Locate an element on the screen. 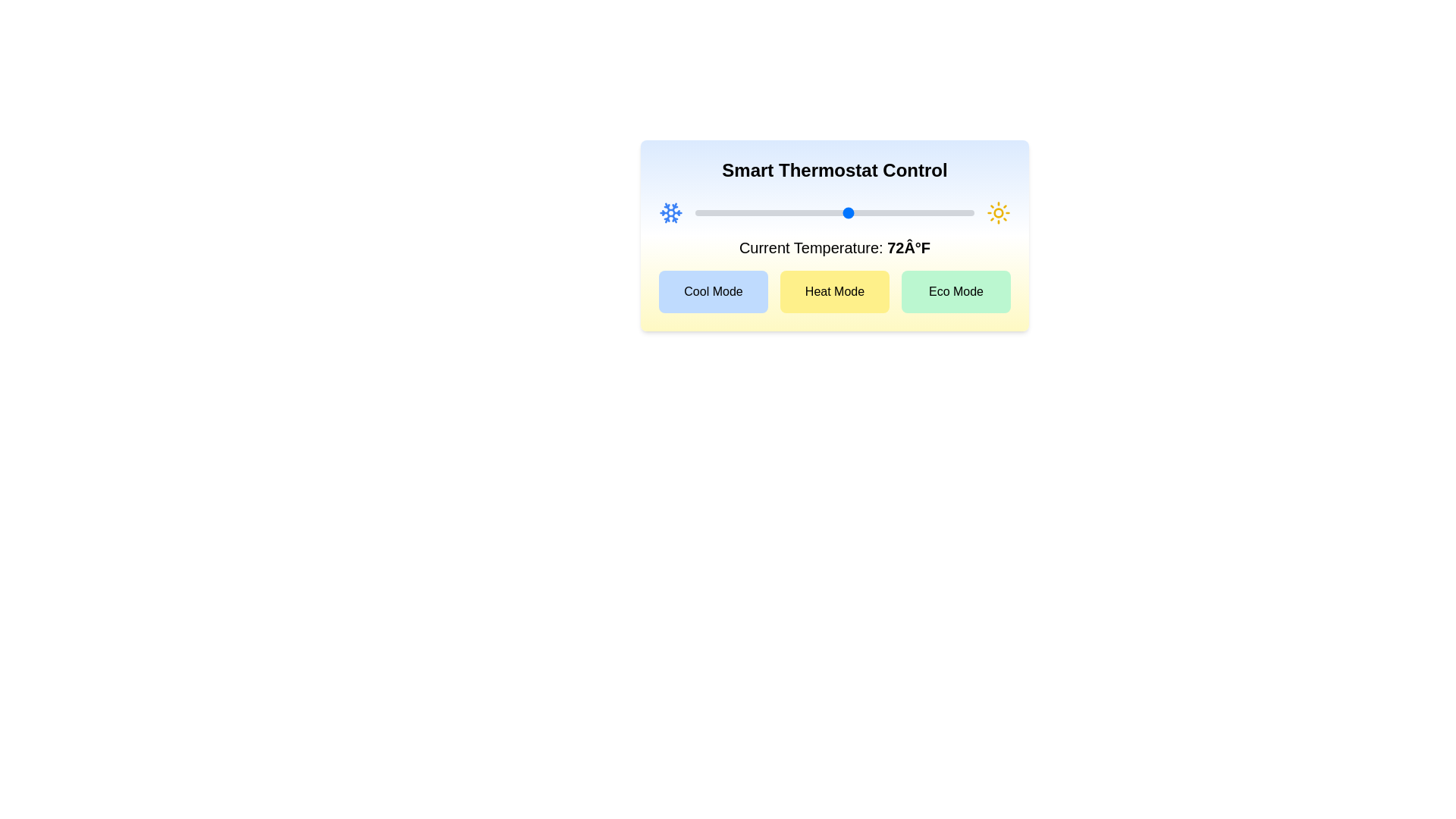 This screenshot has height=819, width=1456. the temperature slider to set the temperature to 59°F is located at coordinates (758, 213).